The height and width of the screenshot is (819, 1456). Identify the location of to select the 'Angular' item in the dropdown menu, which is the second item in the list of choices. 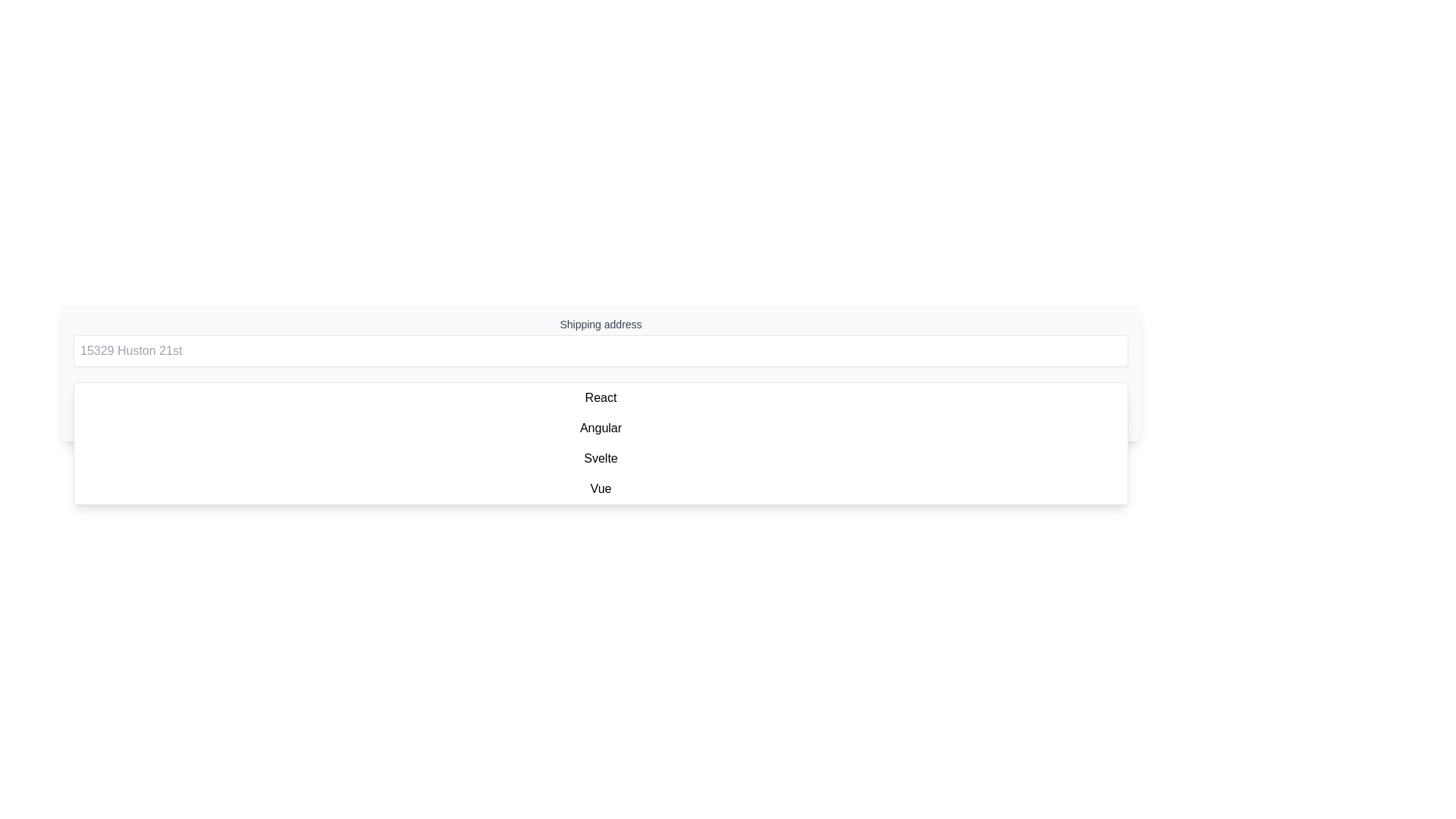
(600, 428).